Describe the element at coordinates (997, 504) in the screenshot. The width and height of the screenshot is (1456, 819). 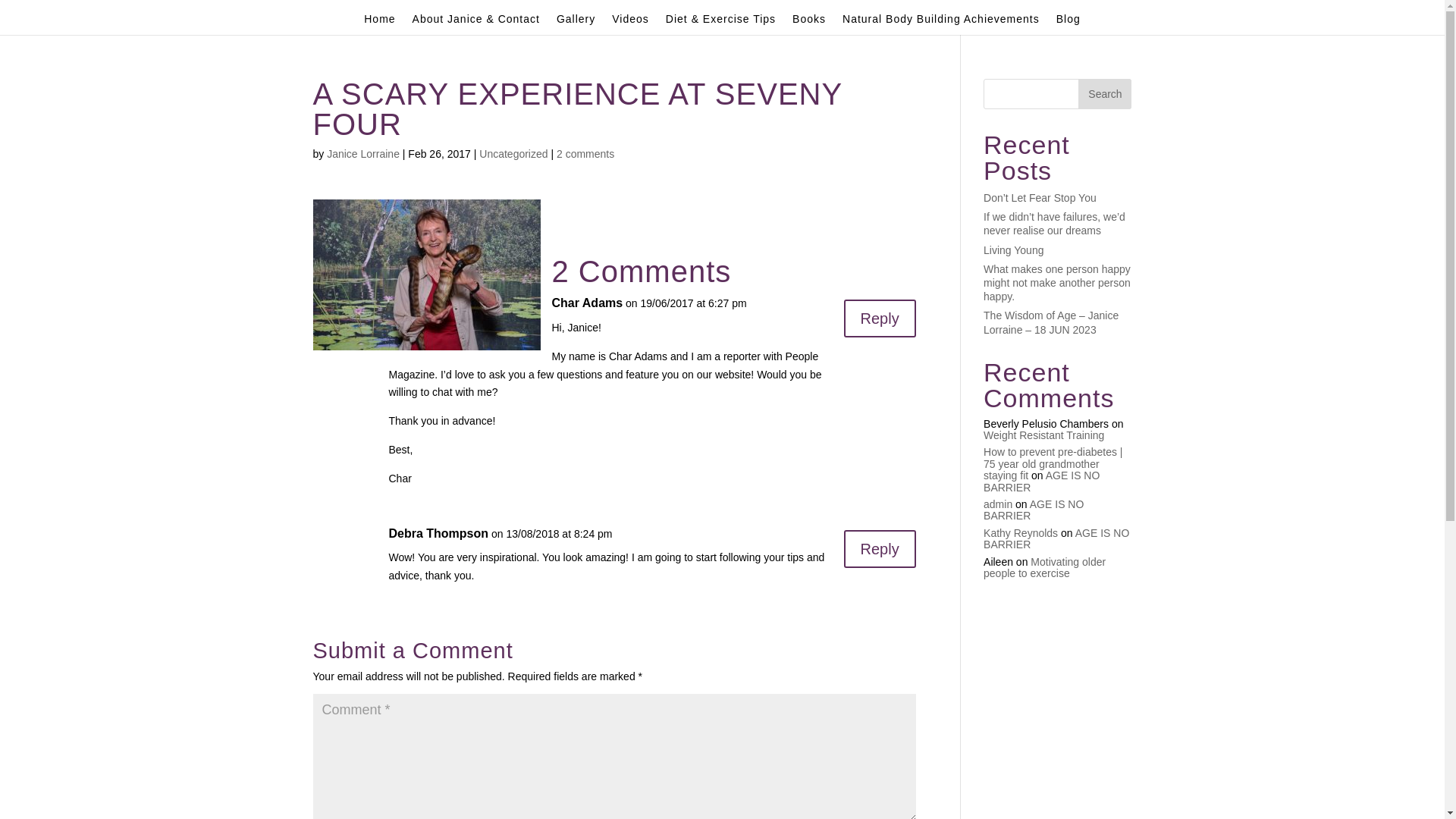
I see `'admin'` at that location.